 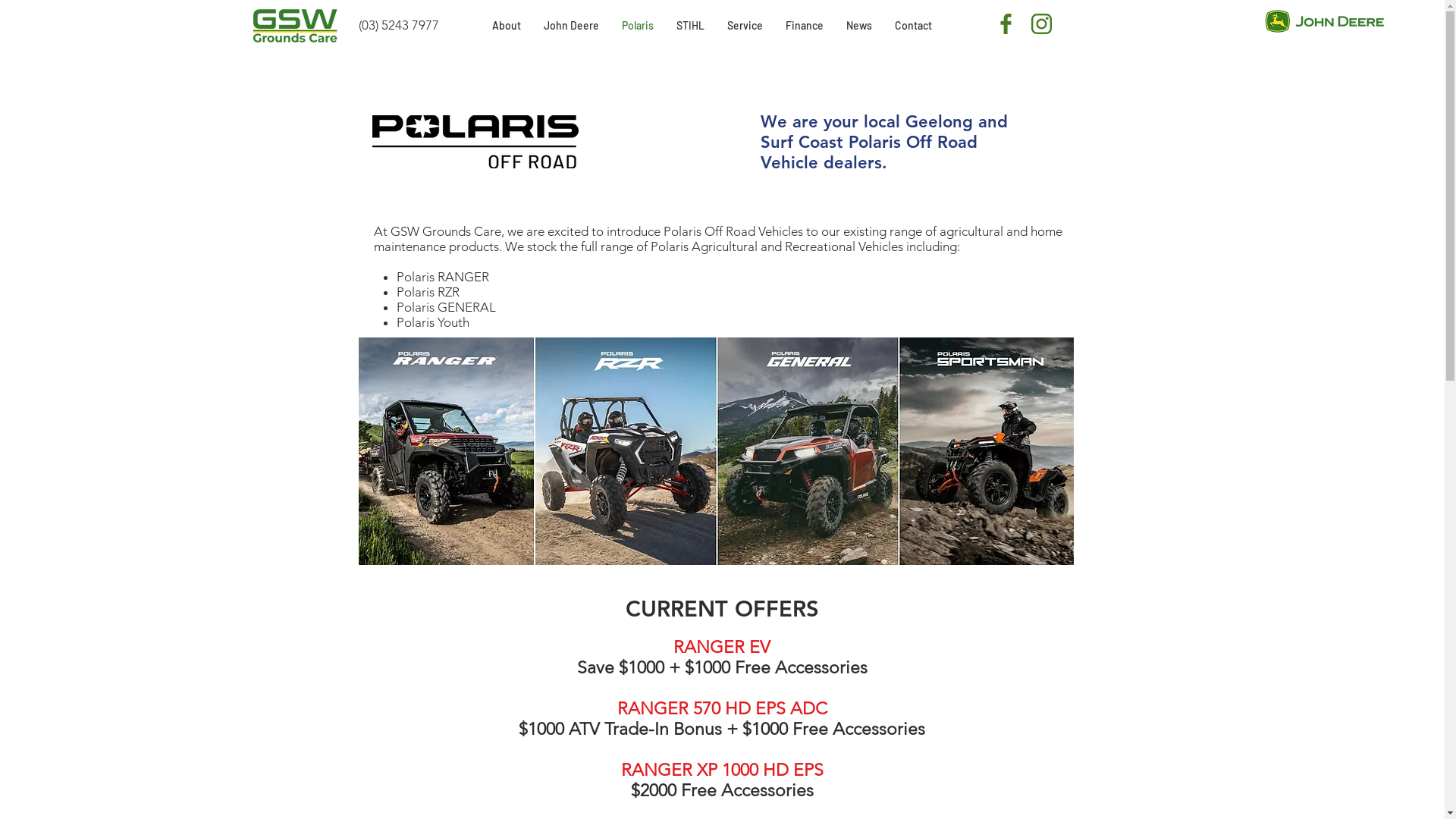 I want to click on 'STIHL', so click(x=689, y=25).